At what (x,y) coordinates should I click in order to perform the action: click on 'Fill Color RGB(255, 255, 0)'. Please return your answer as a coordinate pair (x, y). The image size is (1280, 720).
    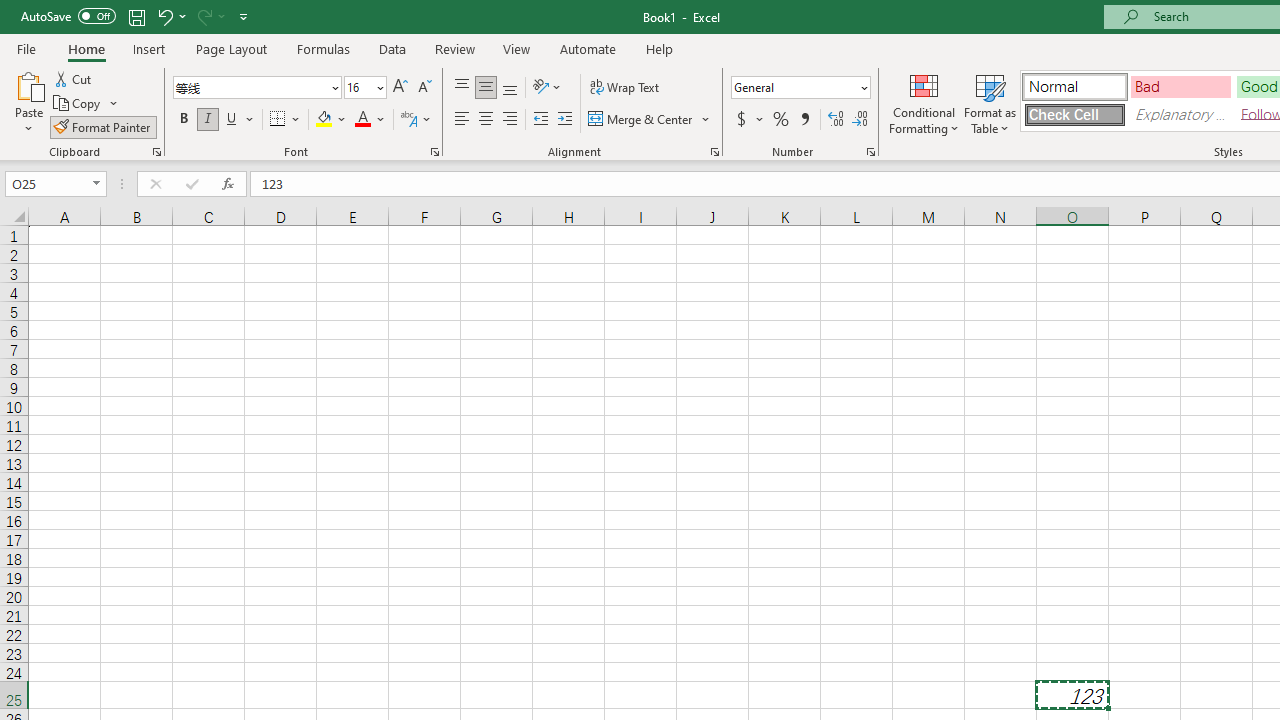
    Looking at the image, I should click on (324, 119).